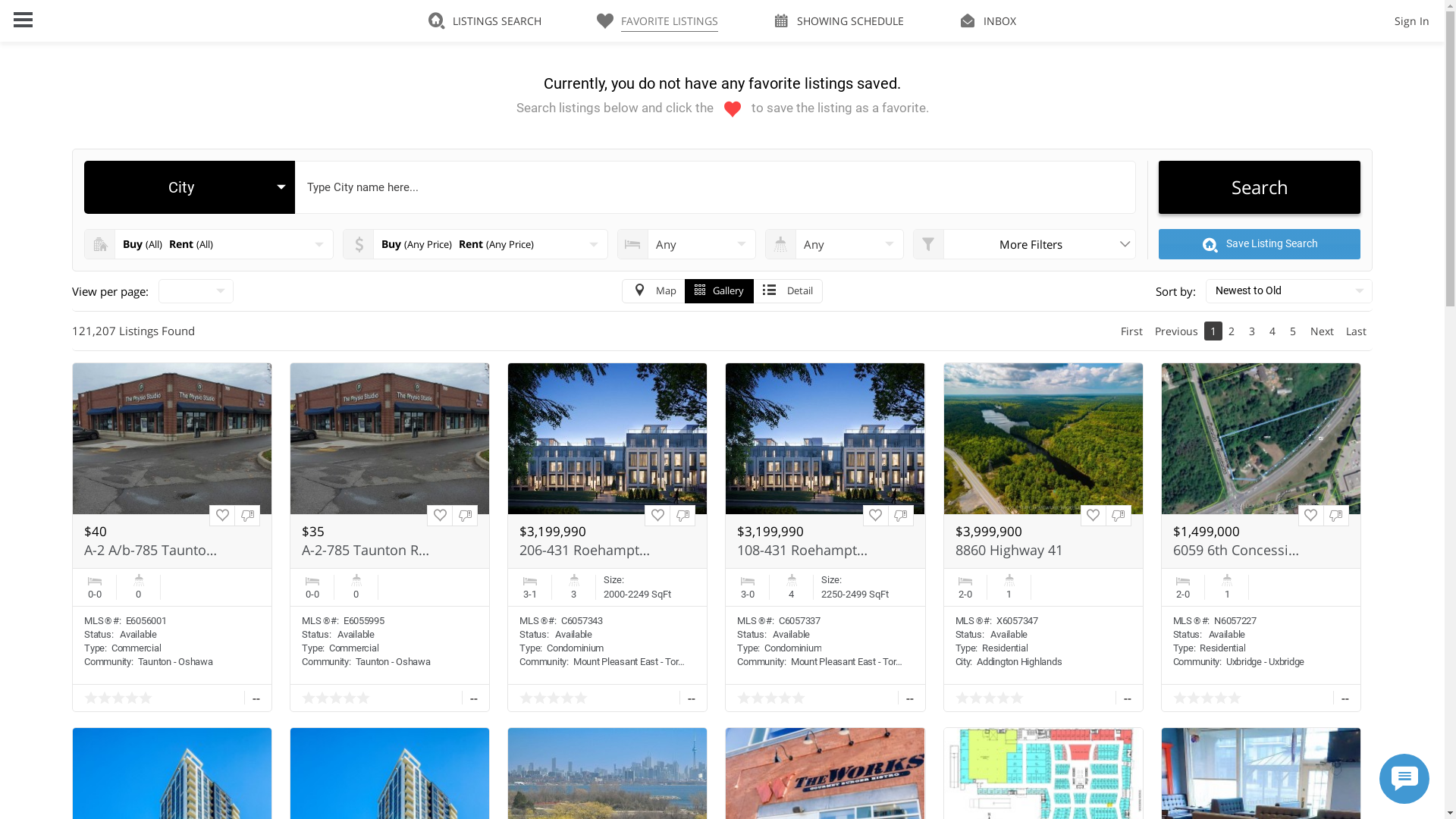 This screenshot has height=819, width=1456. What do you see at coordinates (753, 291) in the screenshot?
I see `'Detail'` at bounding box center [753, 291].